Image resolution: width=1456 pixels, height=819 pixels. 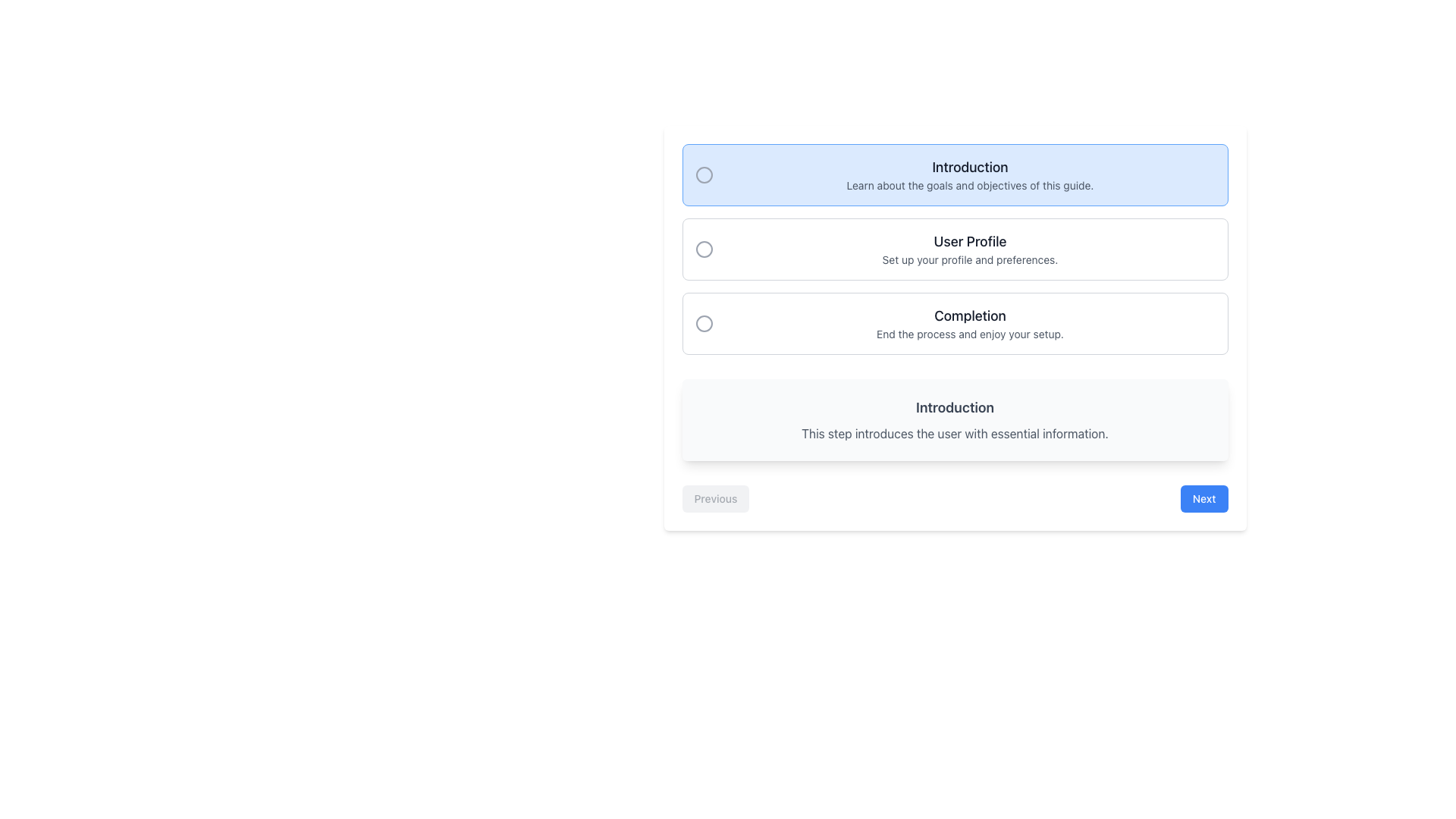 What do you see at coordinates (969, 174) in the screenshot?
I see `the 'Introduction' textual description block that contains the title and subtitle` at bounding box center [969, 174].